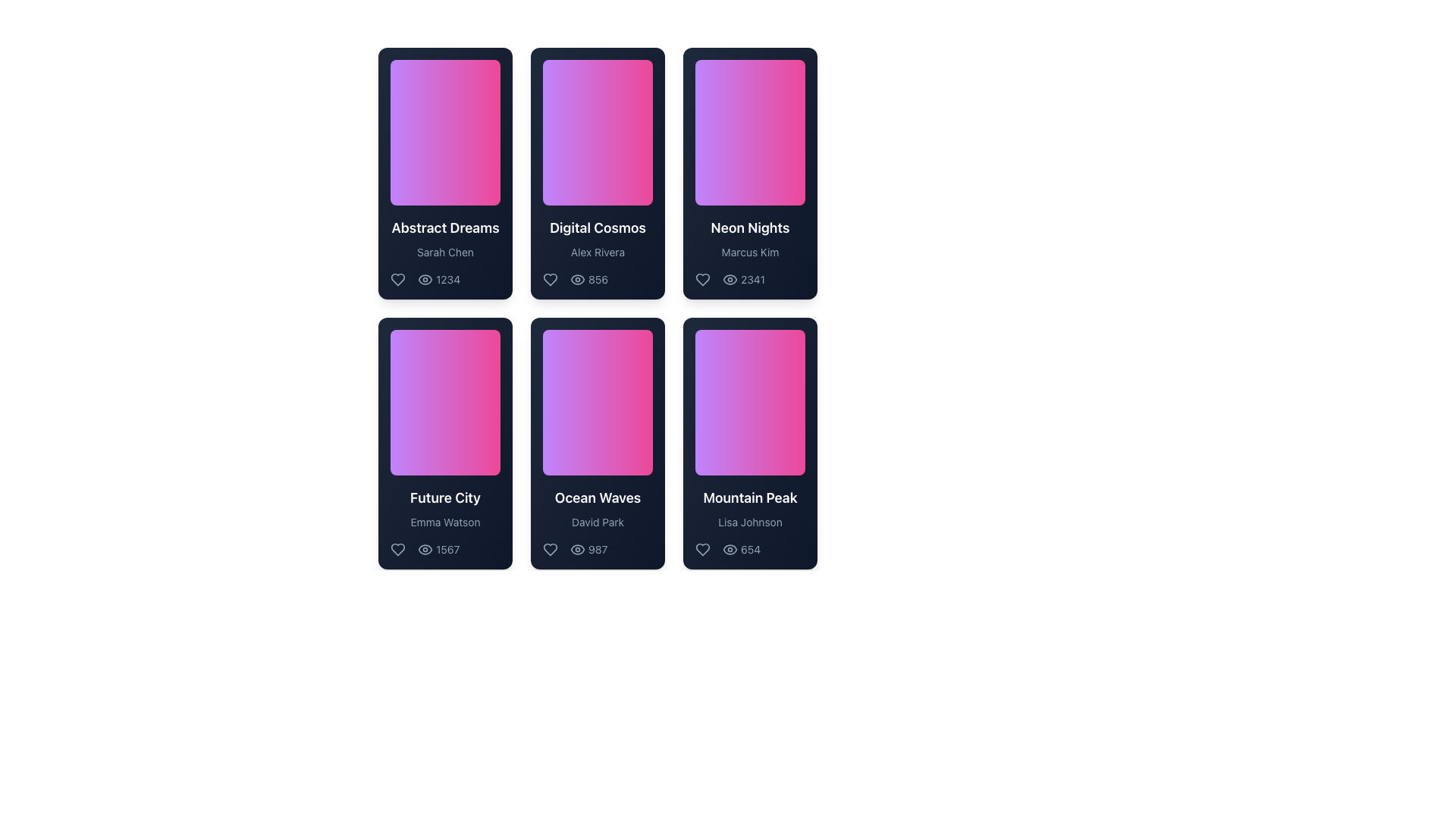  What do you see at coordinates (549, 550) in the screenshot?
I see `the heart-shaped icon located at the bottom-left corner of the 'Ocean Waves' card by 'David Park'` at bounding box center [549, 550].